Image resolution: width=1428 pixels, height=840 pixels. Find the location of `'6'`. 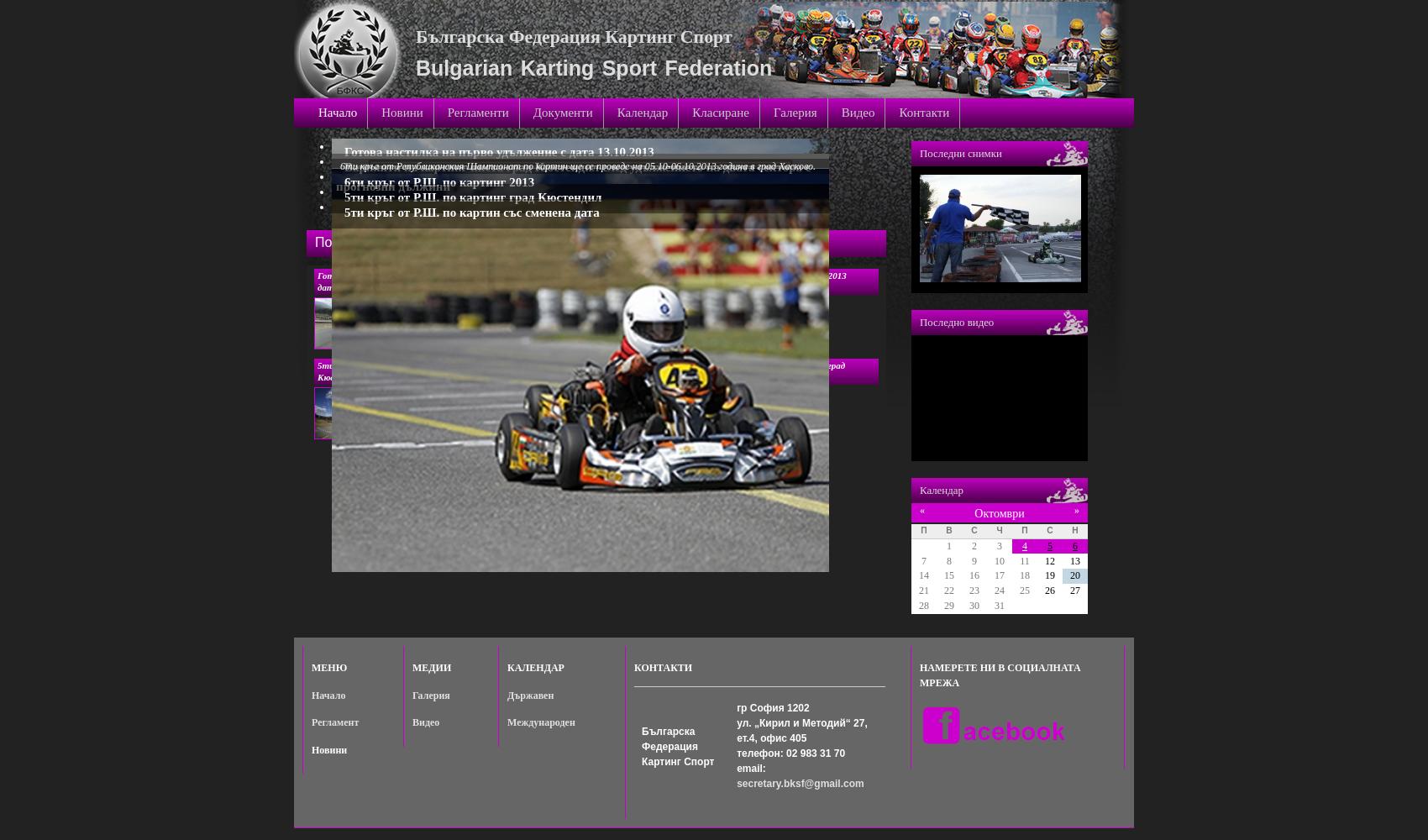

'6' is located at coordinates (1074, 545).